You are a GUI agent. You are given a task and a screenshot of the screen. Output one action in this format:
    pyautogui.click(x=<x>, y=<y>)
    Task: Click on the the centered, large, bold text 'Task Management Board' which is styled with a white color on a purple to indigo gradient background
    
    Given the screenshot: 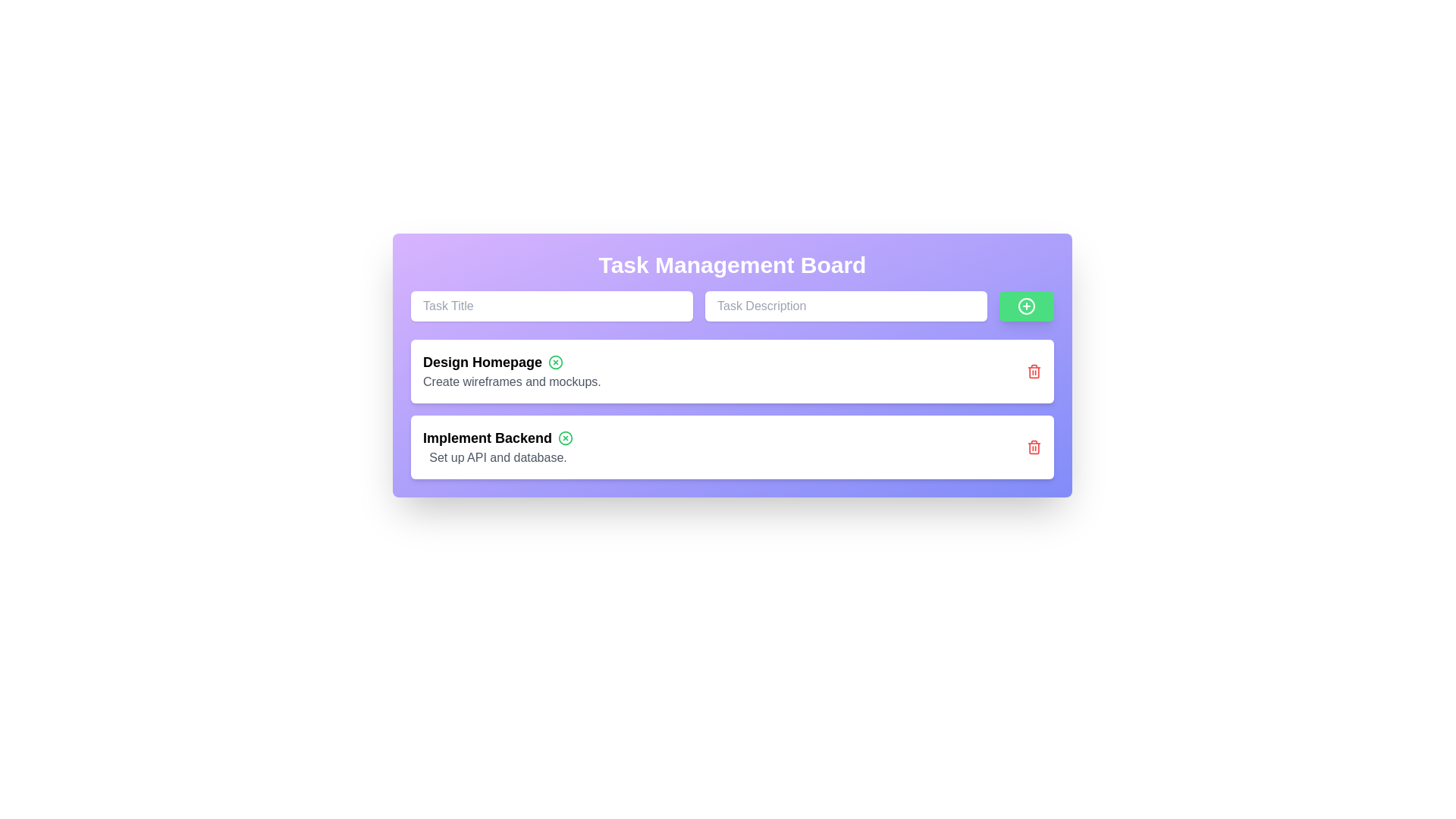 What is the action you would take?
    pyautogui.click(x=732, y=265)
    